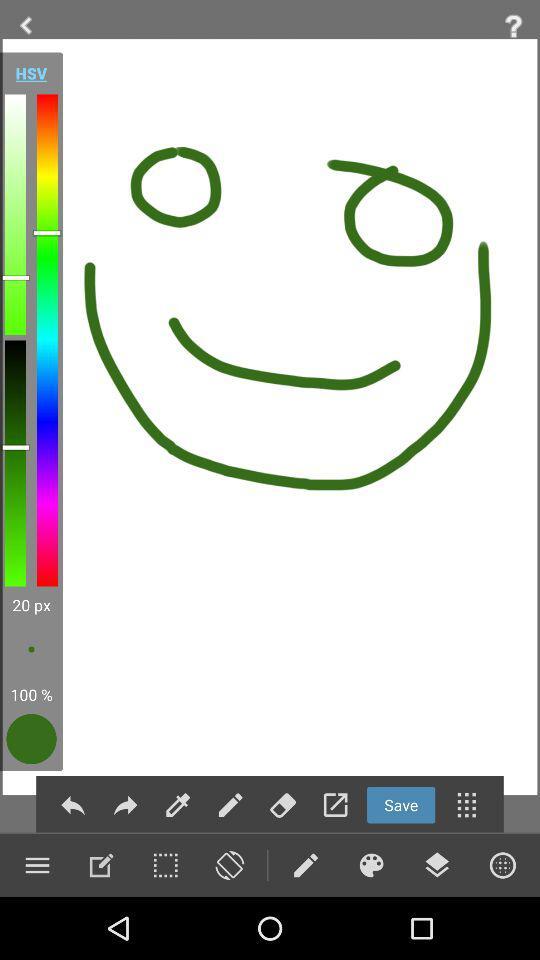 Image resolution: width=540 pixels, height=960 pixels. I want to click on fullscreen, so click(335, 805).